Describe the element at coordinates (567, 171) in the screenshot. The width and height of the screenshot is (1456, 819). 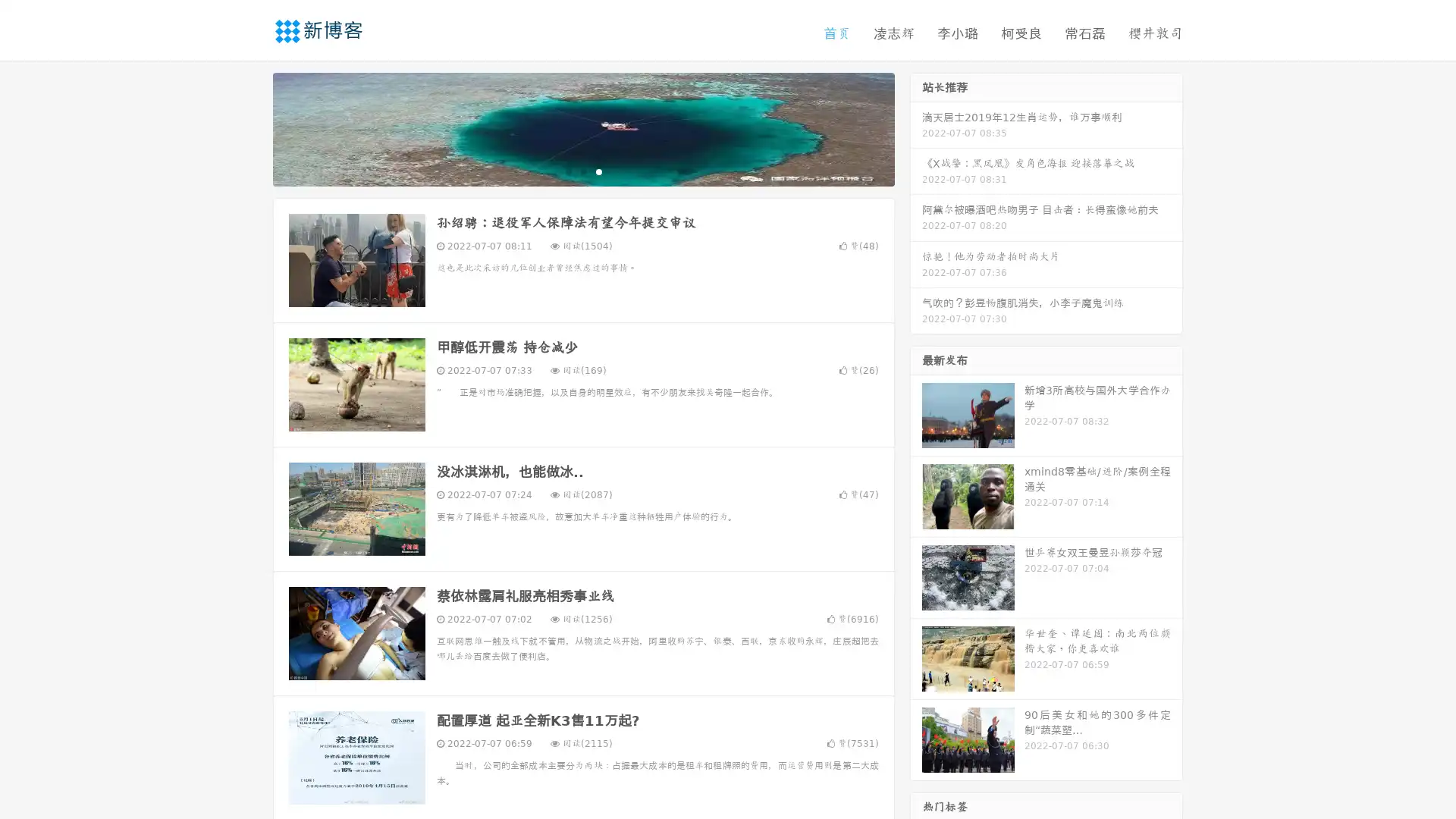
I see `Go to slide 1` at that location.